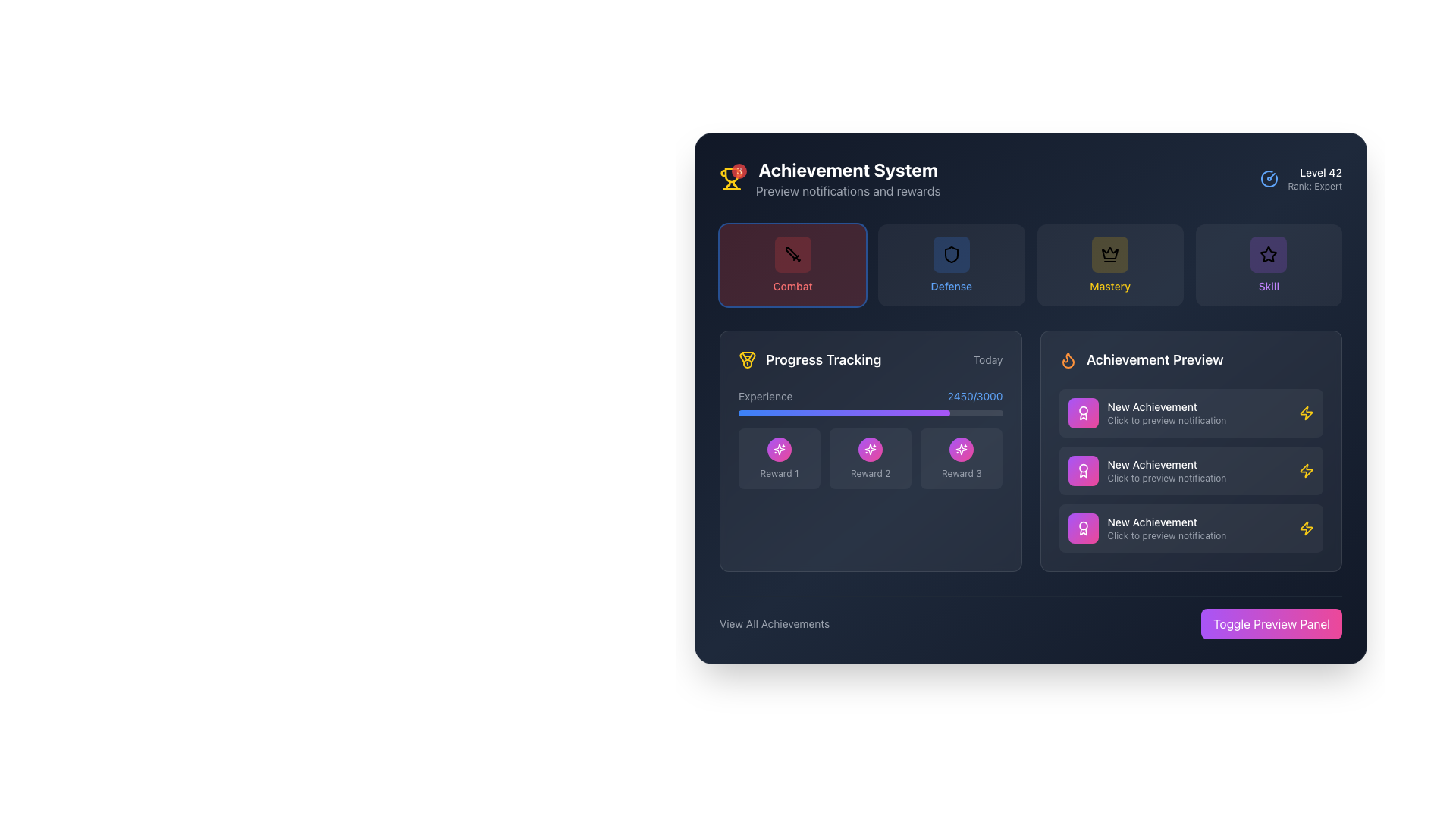  Describe the element at coordinates (1306, 528) in the screenshot. I see `the SVG Icon indicating the achievement's attribute, located on the right side of the 'Achievement Preview' section, aligned to the right of the second row` at that location.